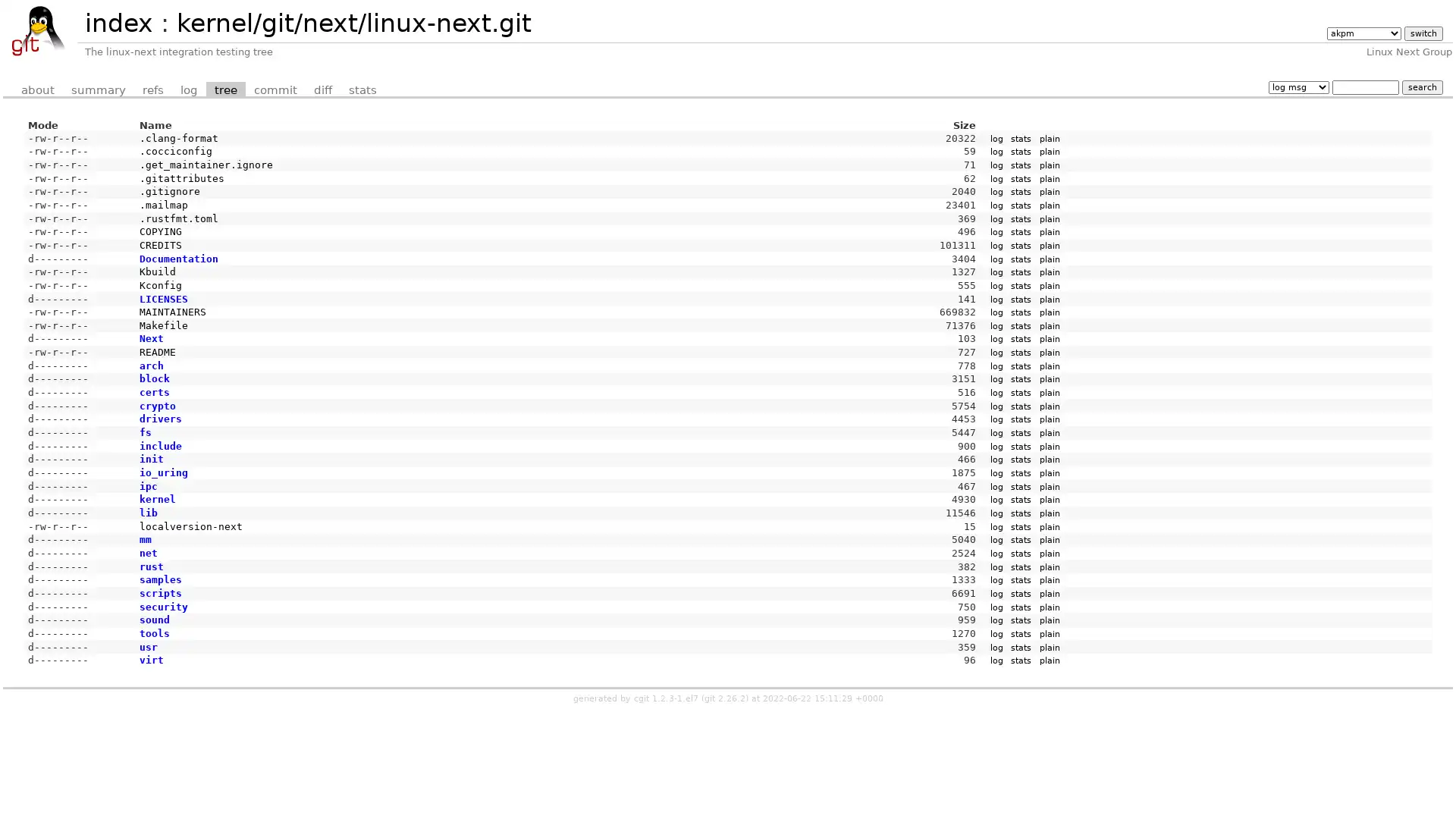 The image size is (1456, 819). I want to click on search, so click(1421, 86).